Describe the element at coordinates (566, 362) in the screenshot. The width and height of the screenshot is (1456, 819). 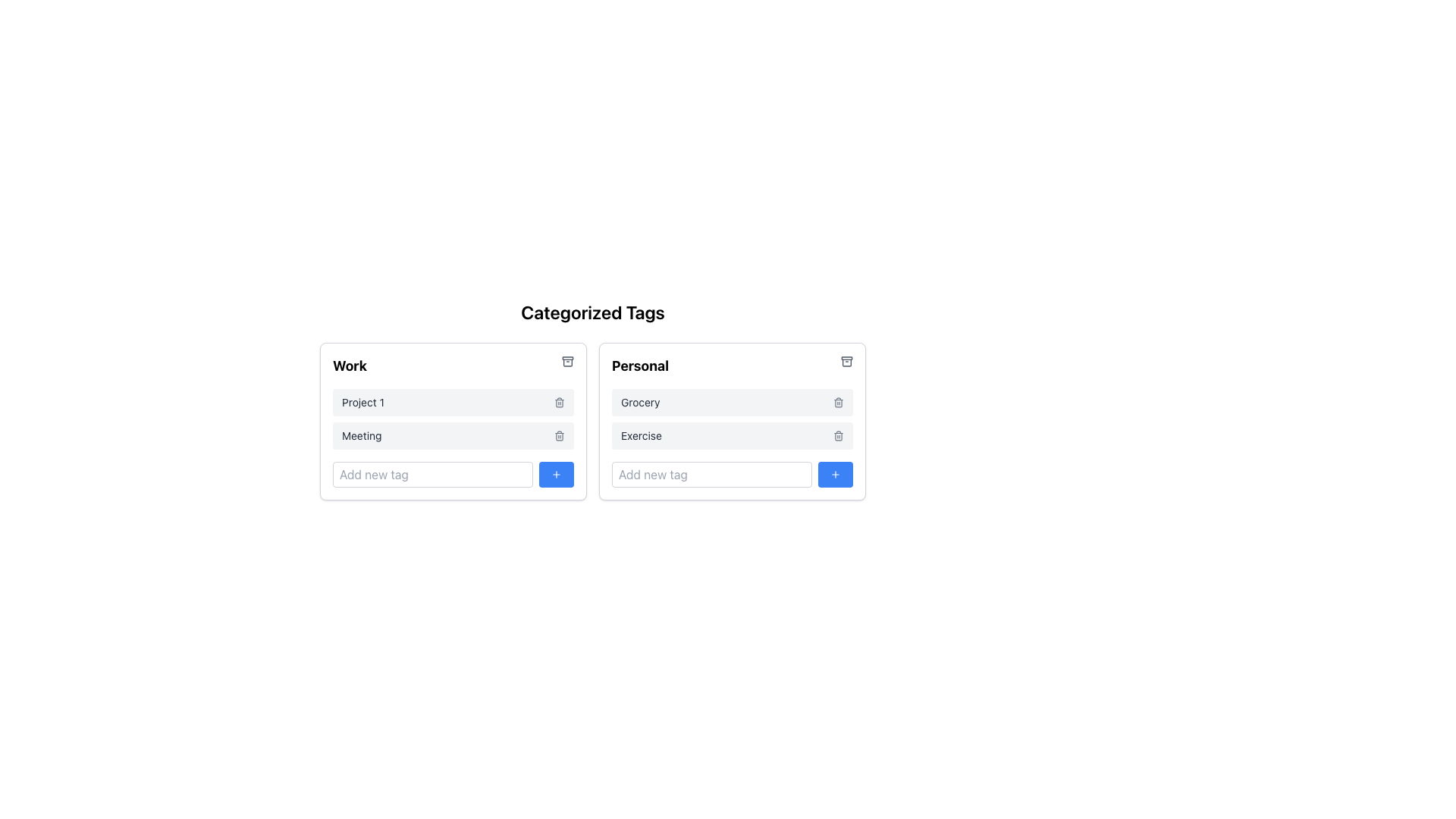
I see `the Icon button located in the top-right corner of the 'Work' section` at that location.